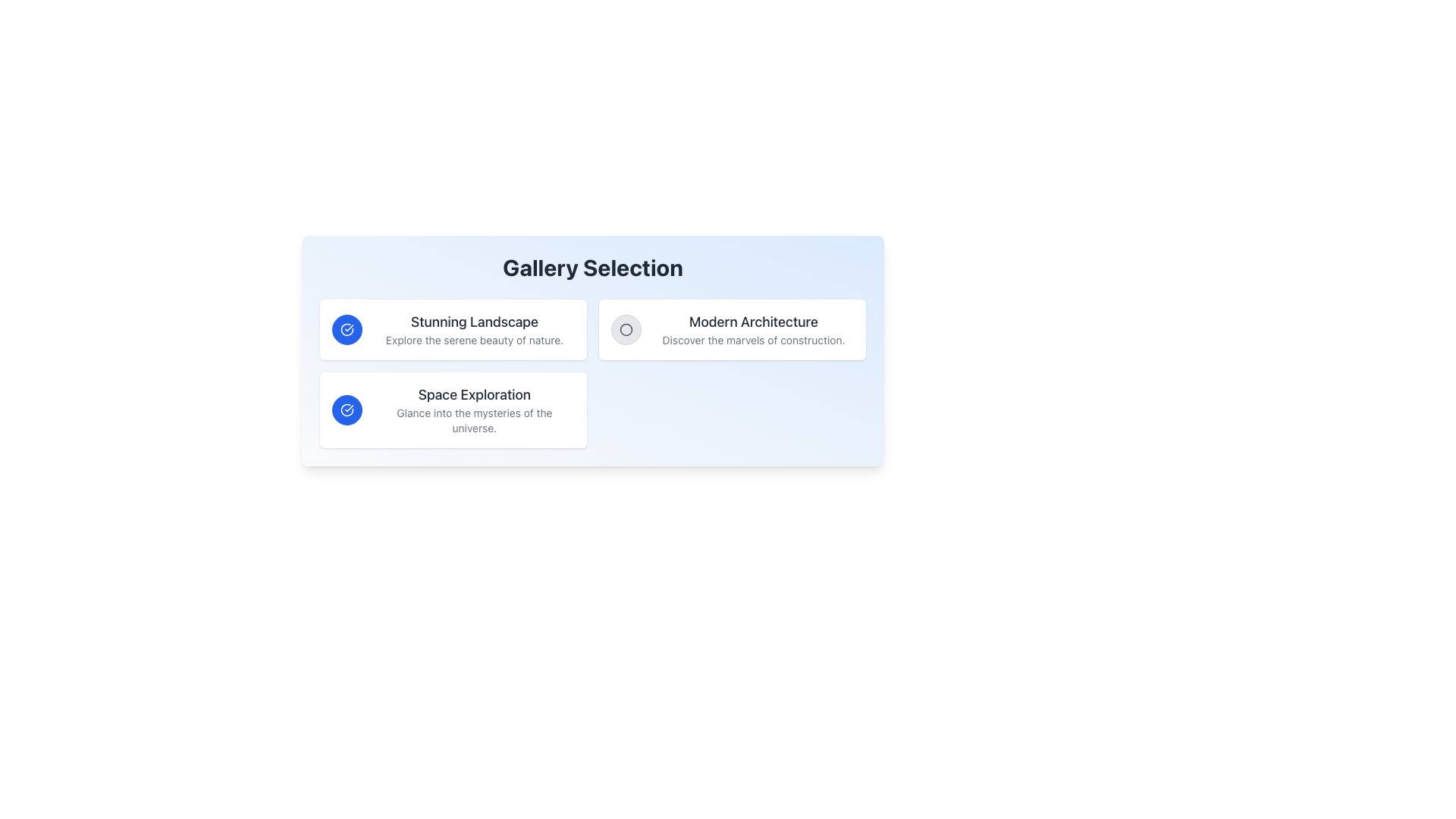 The width and height of the screenshot is (1456, 819). Describe the element at coordinates (753, 329) in the screenshot. I see `the Text Content Group with Title 'Modern Architecture'` at that location.